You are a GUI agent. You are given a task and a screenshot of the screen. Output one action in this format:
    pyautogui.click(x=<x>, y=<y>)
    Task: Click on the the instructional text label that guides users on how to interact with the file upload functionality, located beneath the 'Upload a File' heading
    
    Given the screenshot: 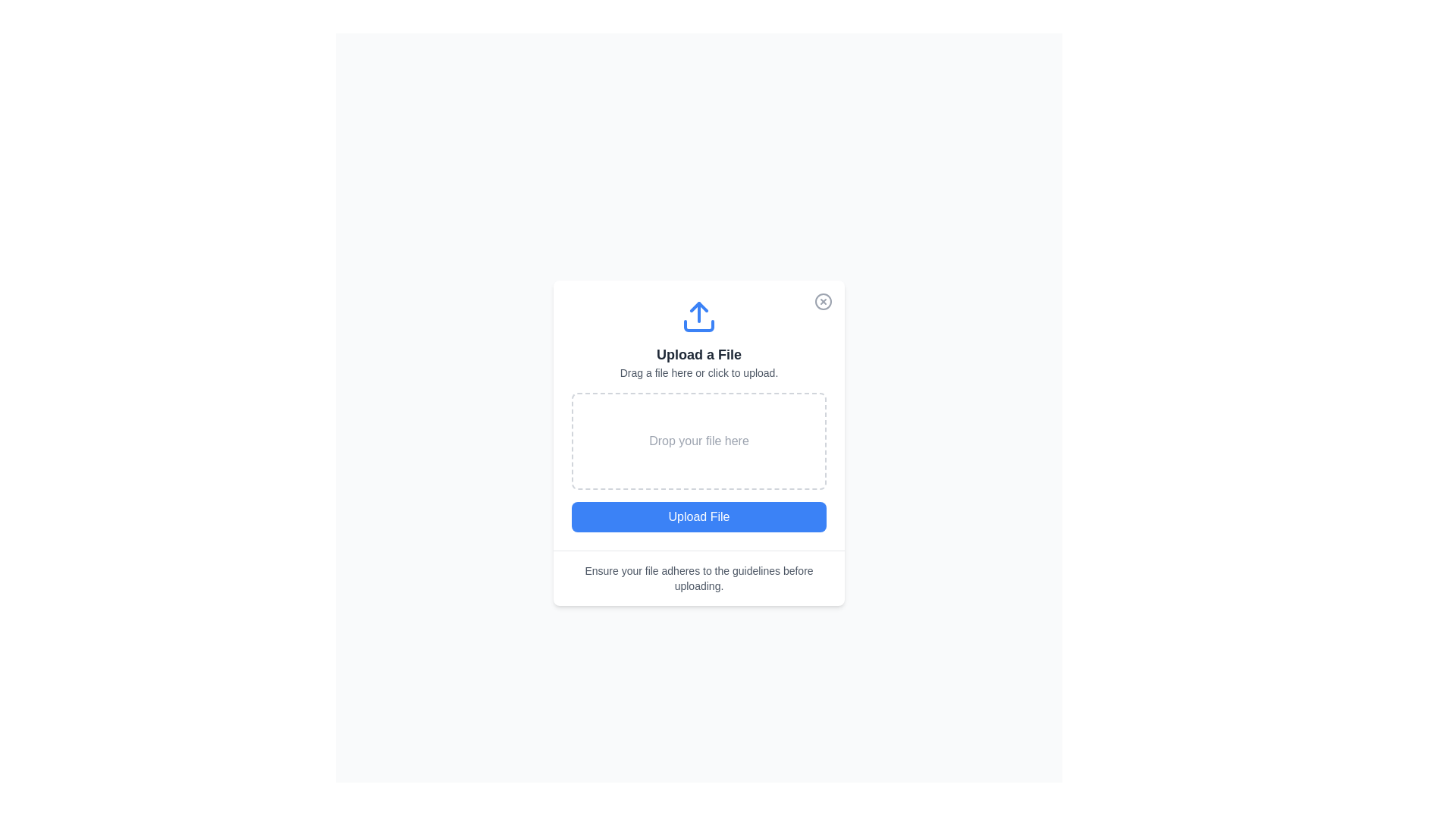 What is the action you would take?
    pyautogui.click(x=698, y=372)
    